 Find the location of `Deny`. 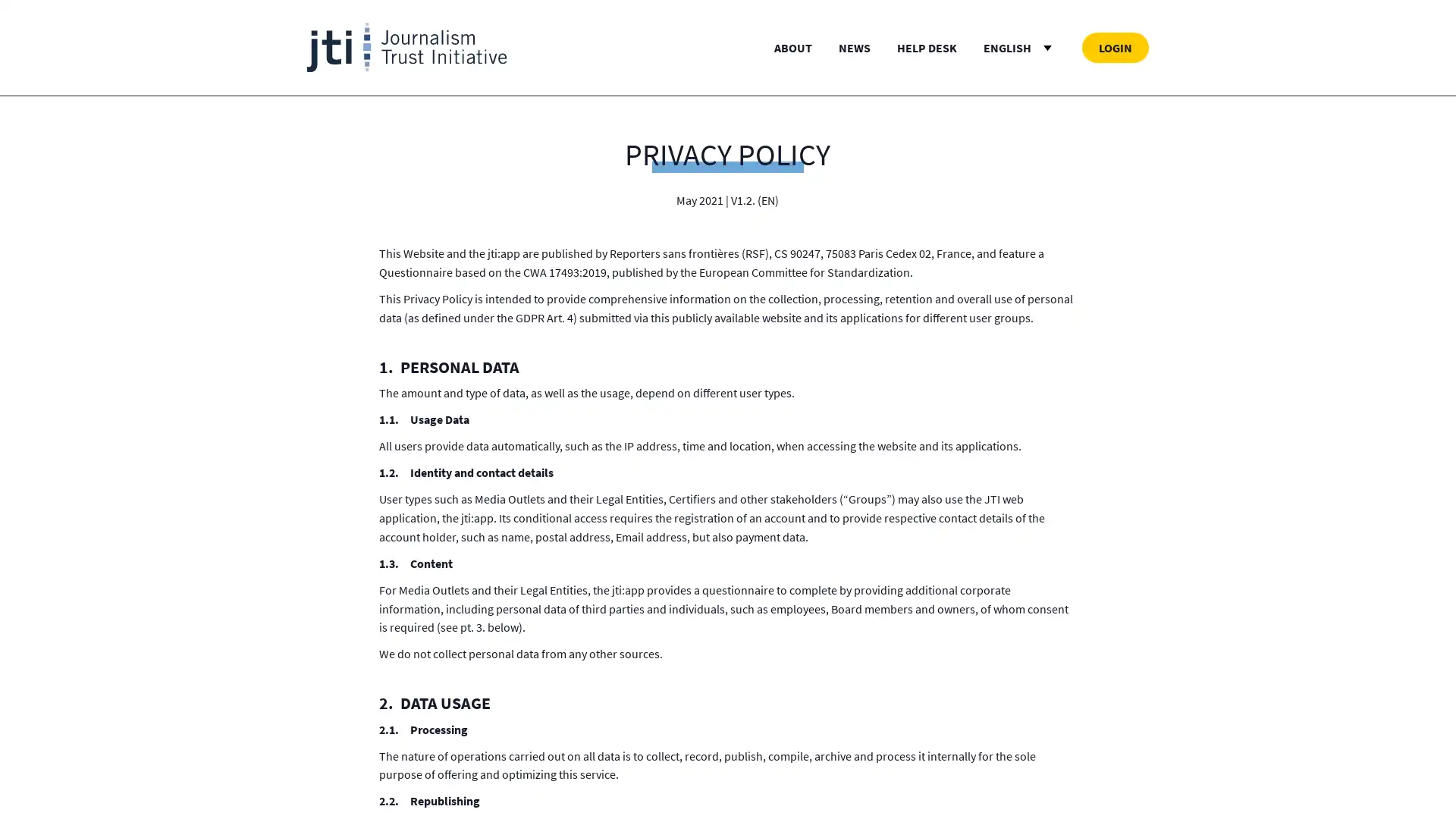

Deny is located at coordinates (726, 496).